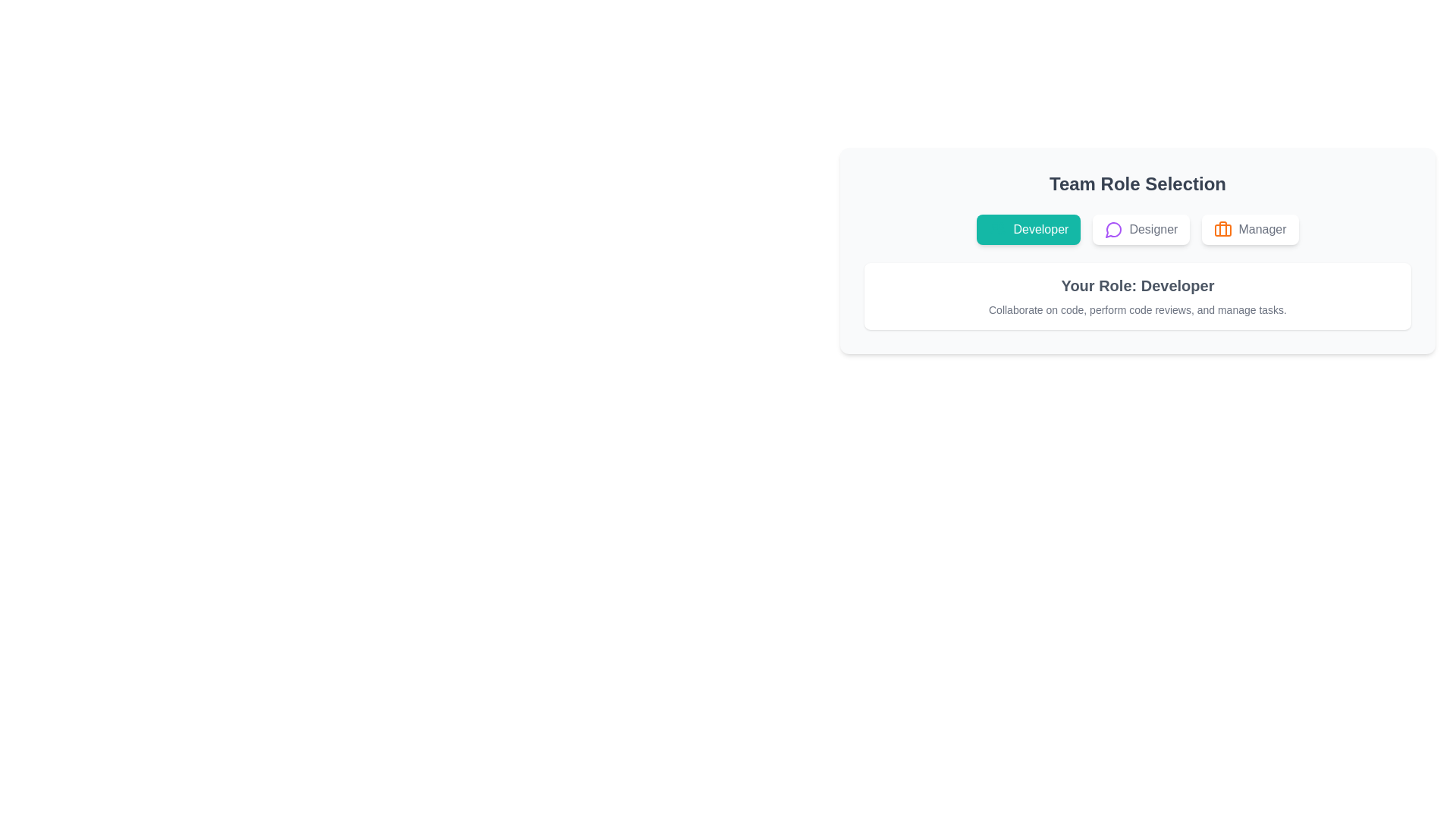 The width and height of the screenshot is (1456, 819). Describe the element at coordinates (1250, 230) in the screenshot. I see `the 'Manager' button, which is a rounded rectangular button with a briefcase icon and transitions from white to teal on hover, located under 'Team Role Selection'` at that location.